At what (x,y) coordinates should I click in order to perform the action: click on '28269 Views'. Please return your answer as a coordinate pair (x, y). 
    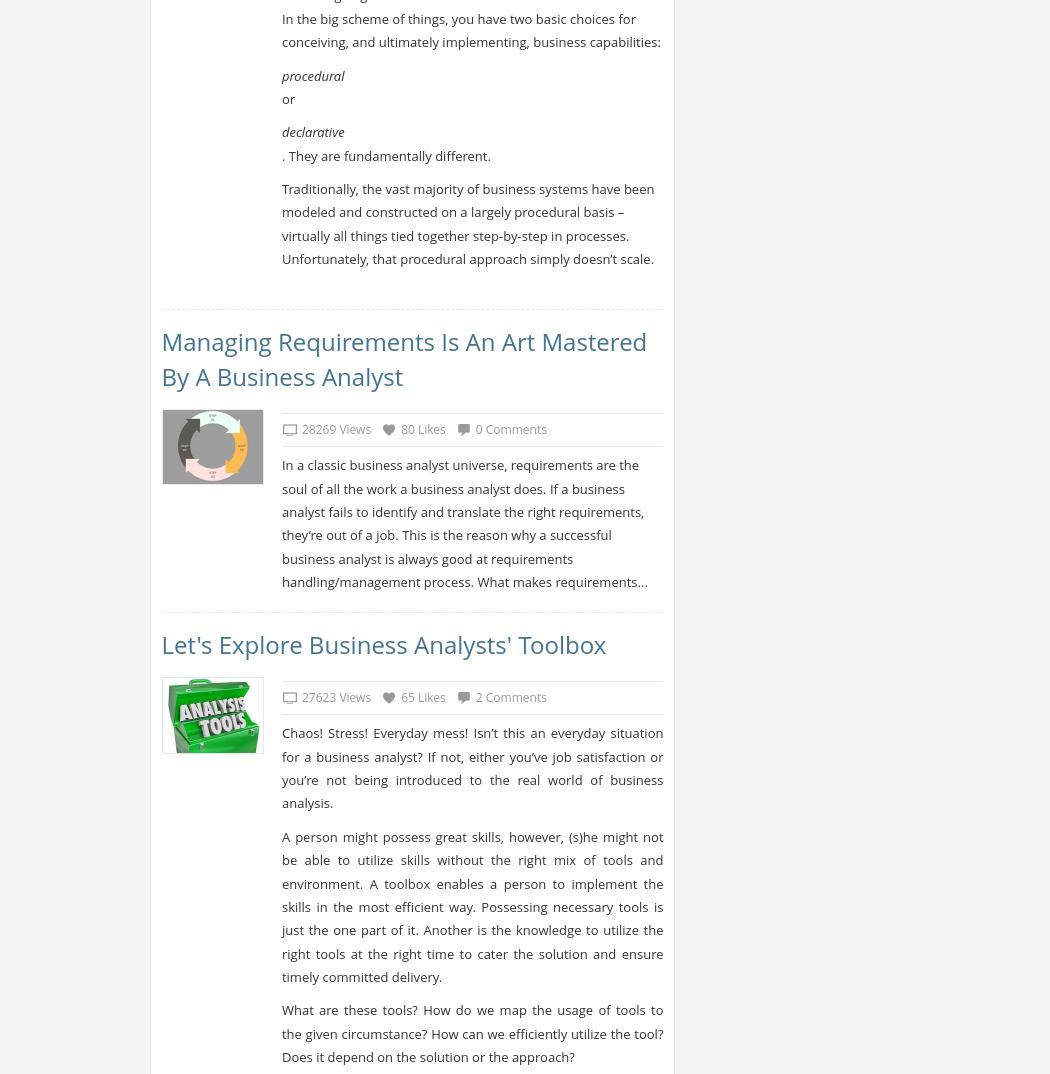
    Looking at the image, I should click on (336, 428).